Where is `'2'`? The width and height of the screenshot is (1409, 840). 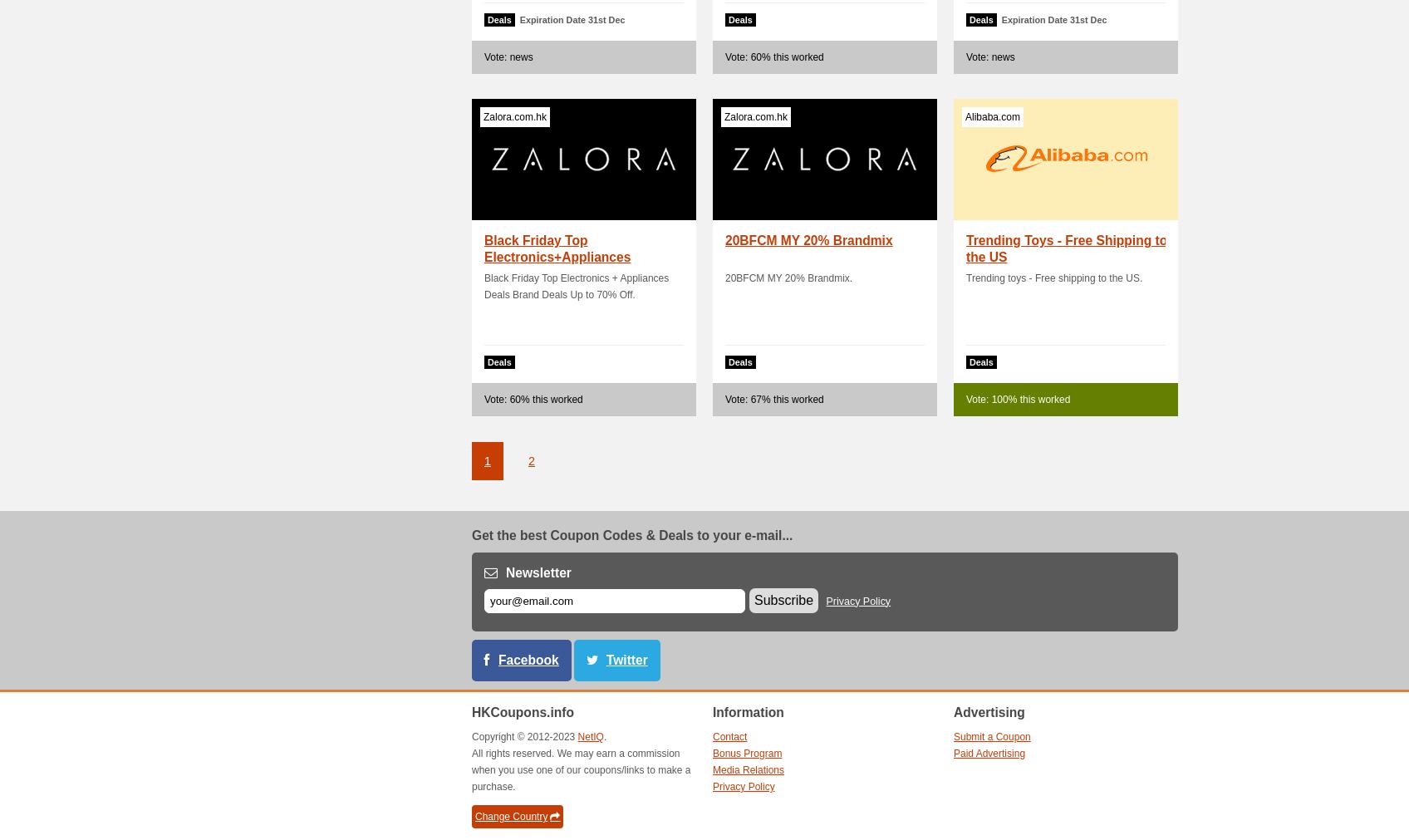
'2' is located at coordinates (531, 461).